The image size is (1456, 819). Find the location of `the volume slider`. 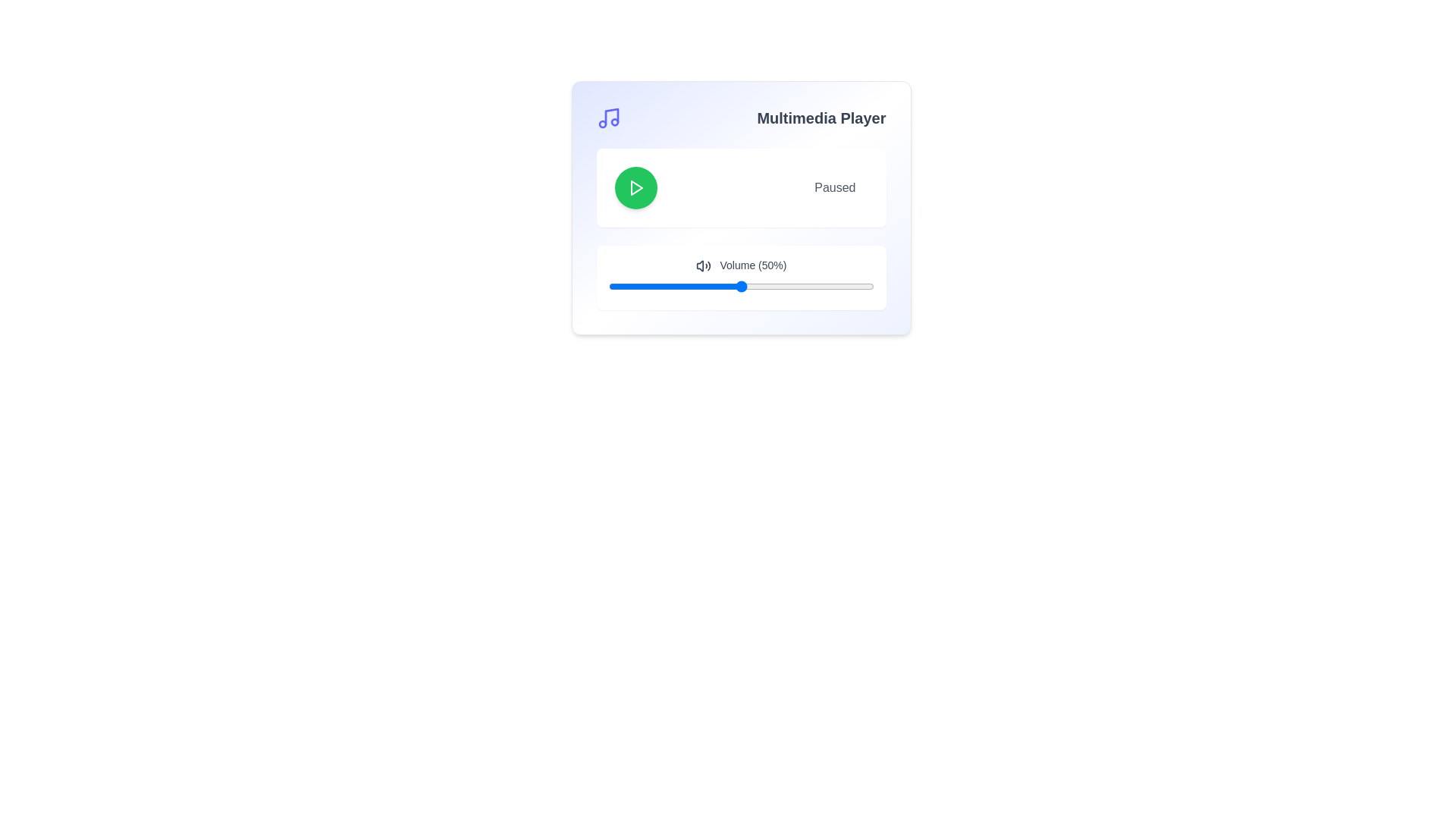

the volume slider is located at coordinates (871, 287).